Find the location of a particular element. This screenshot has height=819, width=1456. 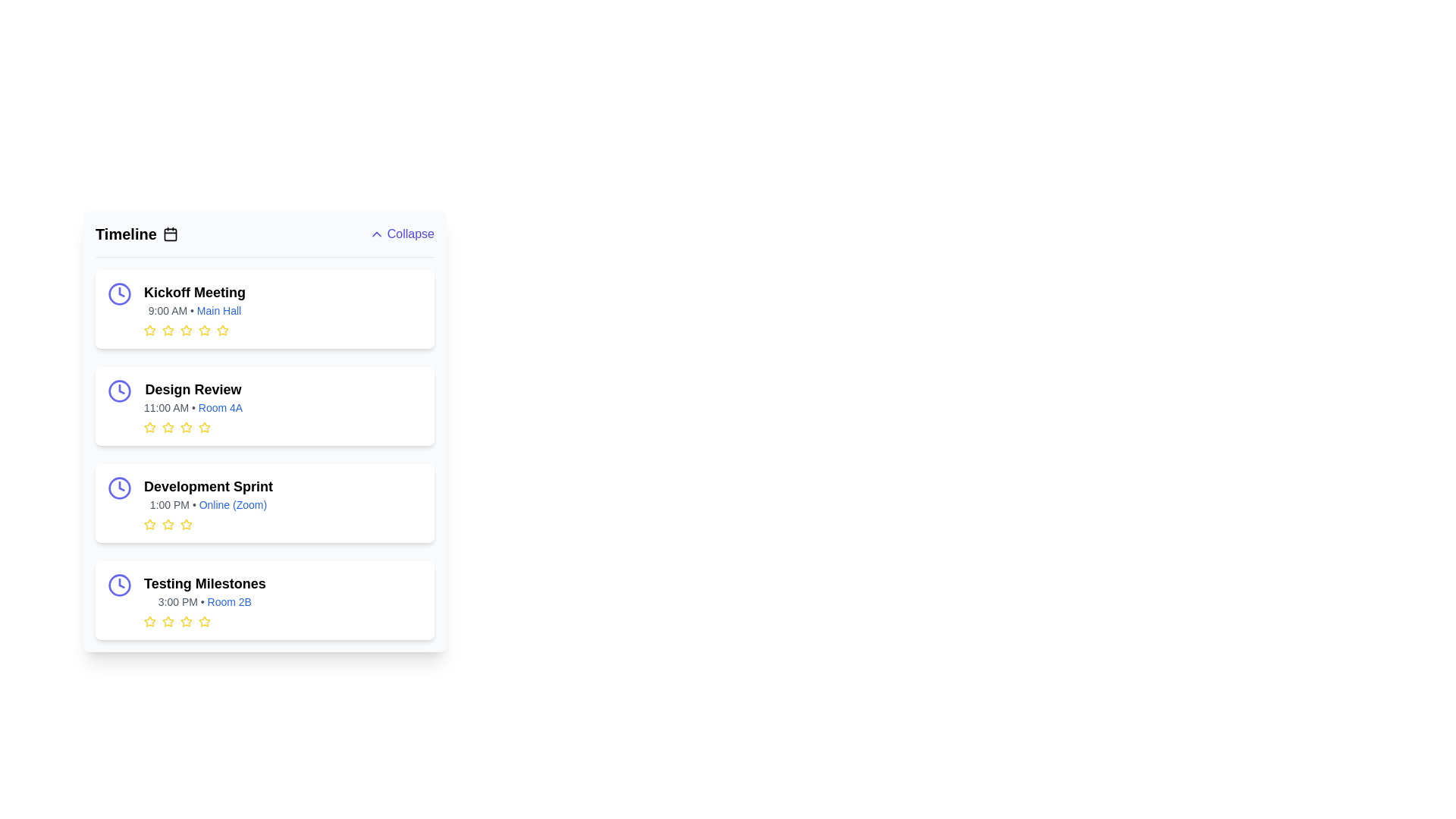

the title text element located in the upper part of the first event card in the timeline, which serves as a key identifier for the event is located at coordinates (194, 292).